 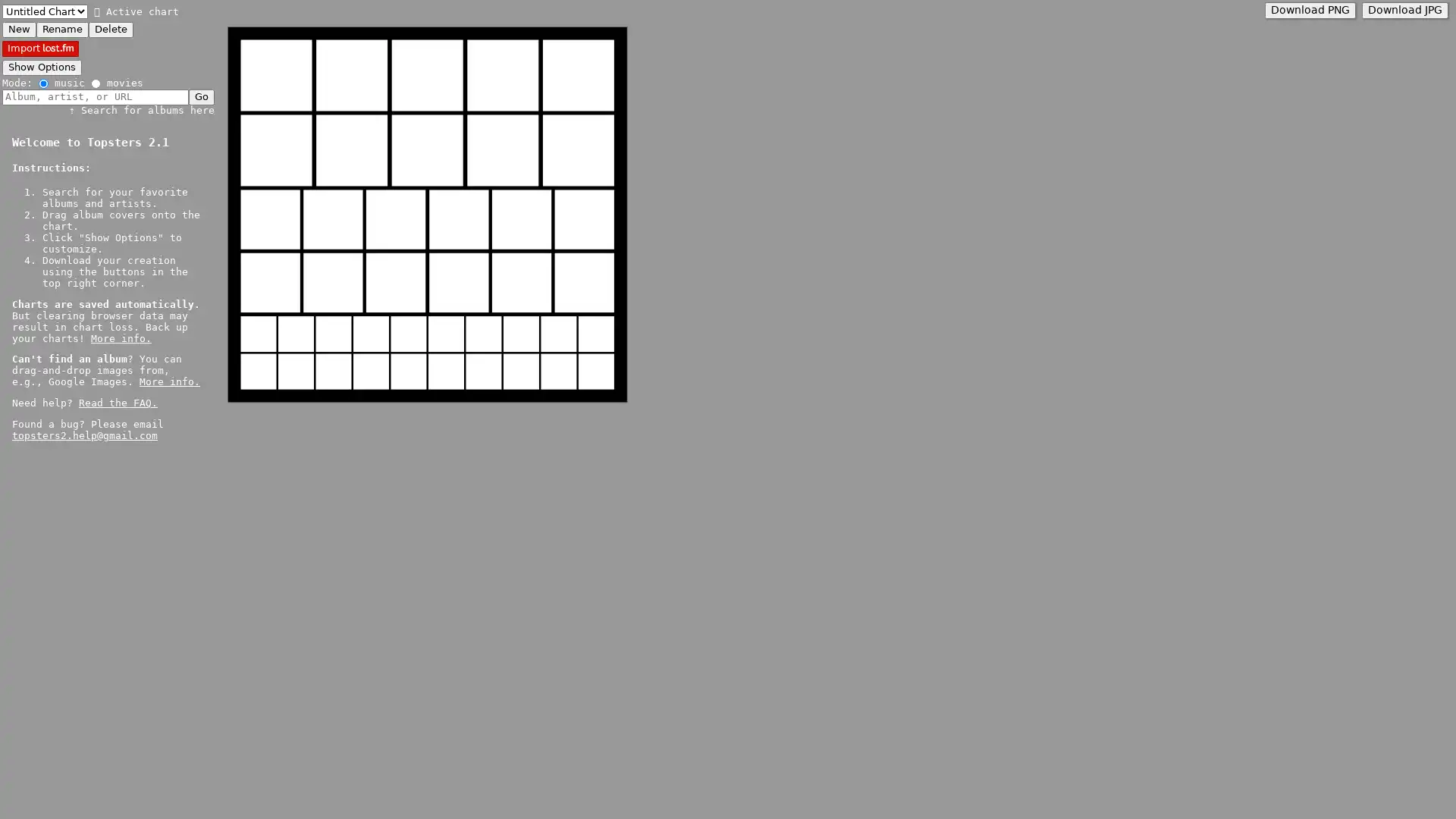 What do you see at coordinates (19, 29) in the screenshot?
I see `New` at bounding box center [19, 29].